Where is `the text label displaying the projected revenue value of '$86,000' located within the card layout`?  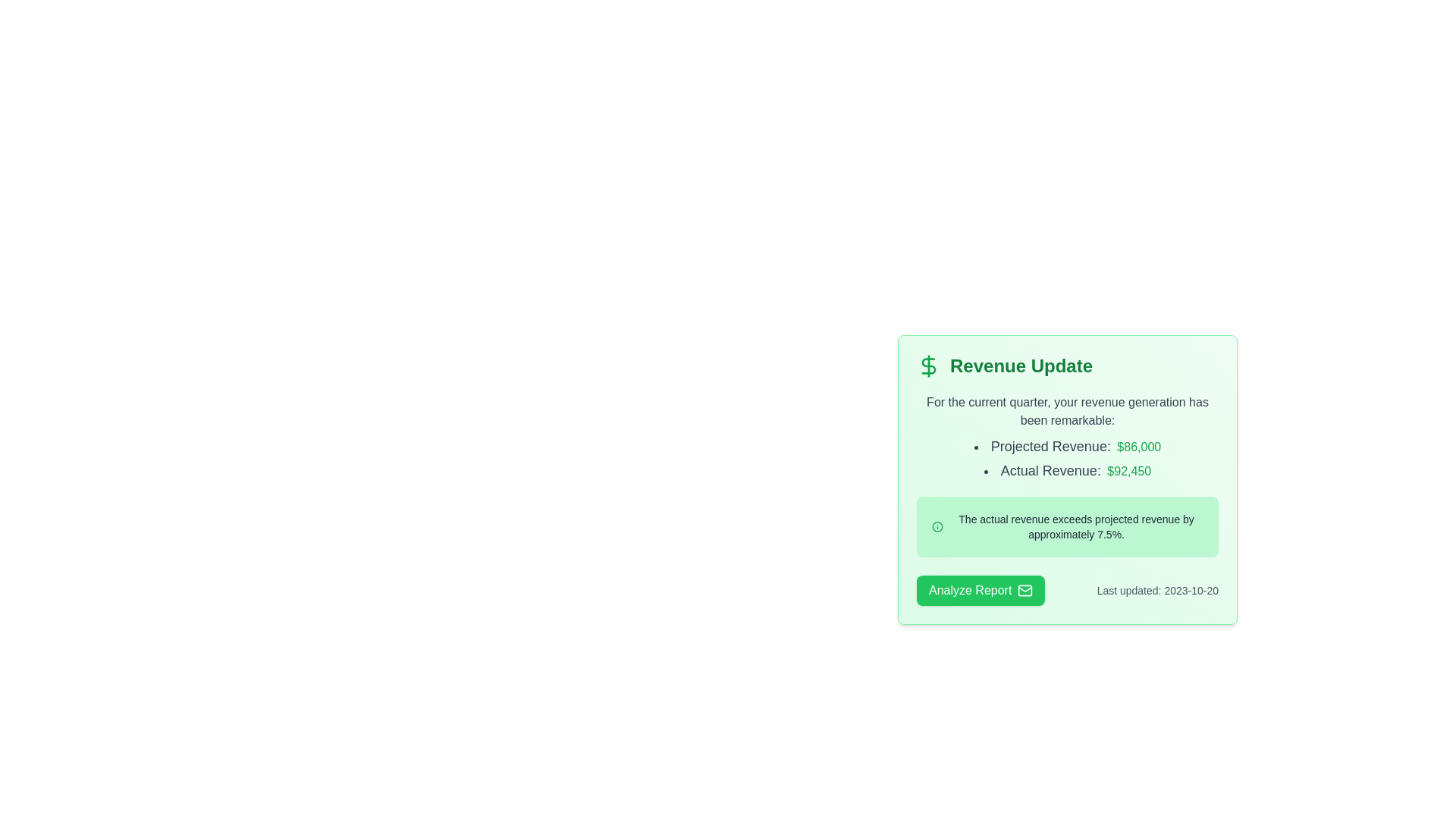 the text label displaying the projected revenue value of '$86,000' located within the card layout is located at coordinates (1139, 446).